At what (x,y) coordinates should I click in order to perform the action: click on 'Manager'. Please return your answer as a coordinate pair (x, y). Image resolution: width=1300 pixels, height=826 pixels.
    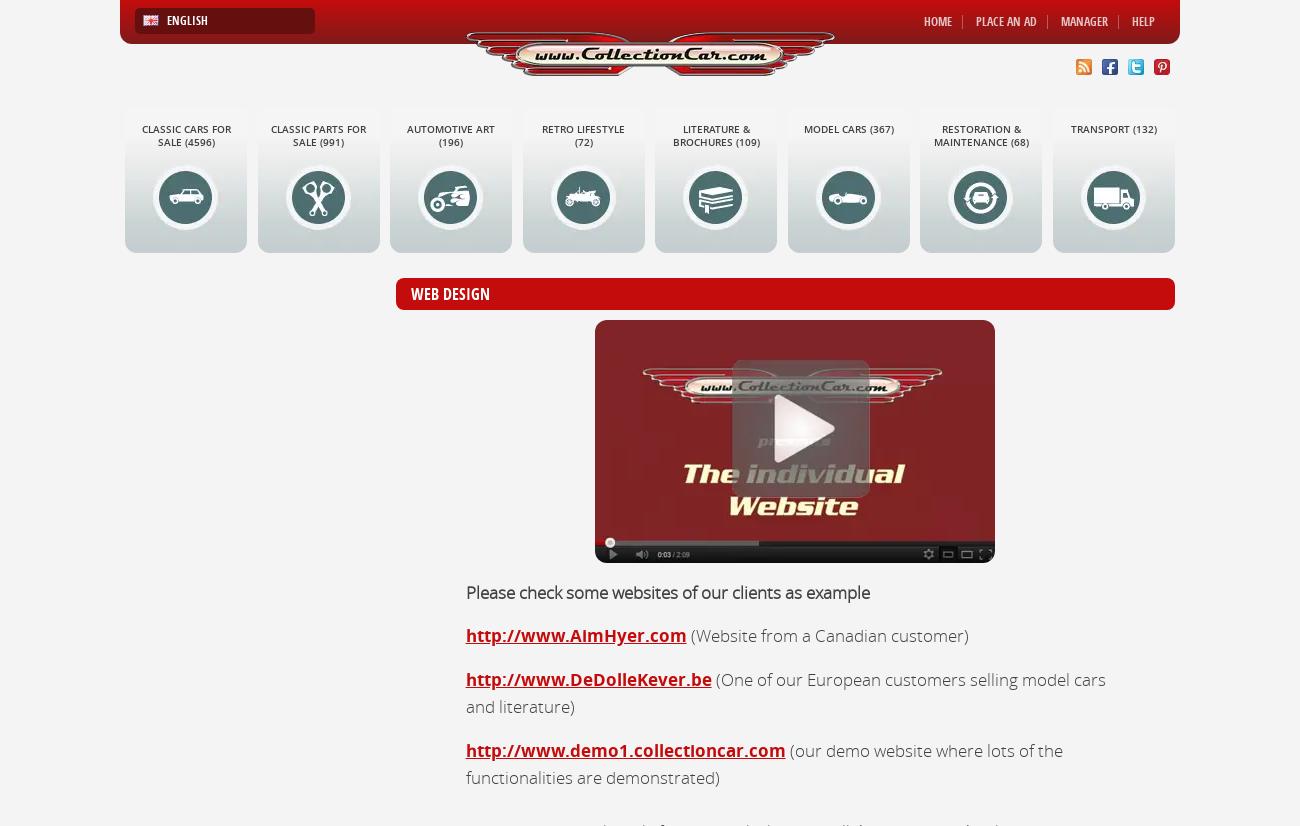
    Looking at the image, I should click on (1083, 21).